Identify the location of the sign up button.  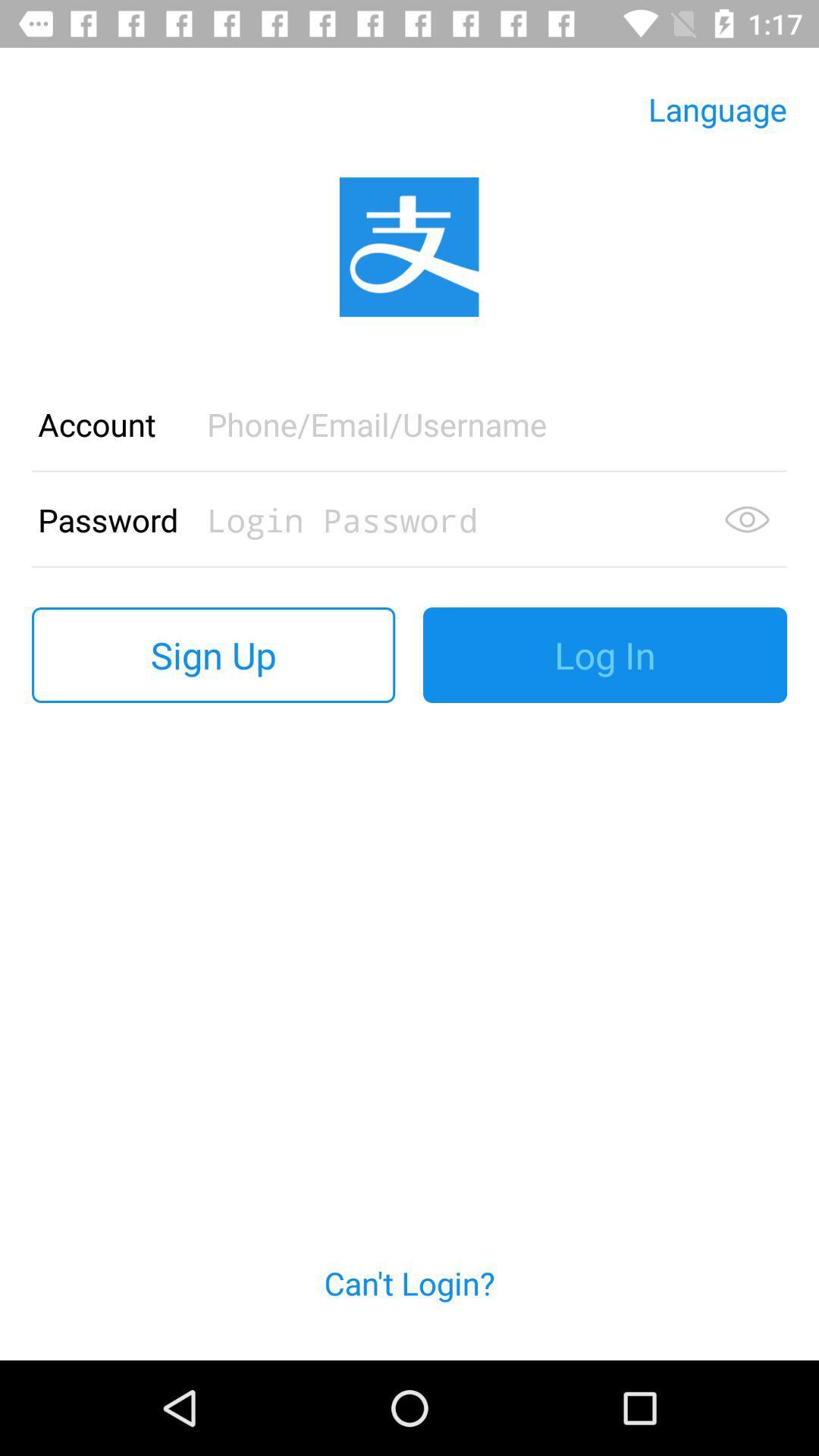
(213, 655).